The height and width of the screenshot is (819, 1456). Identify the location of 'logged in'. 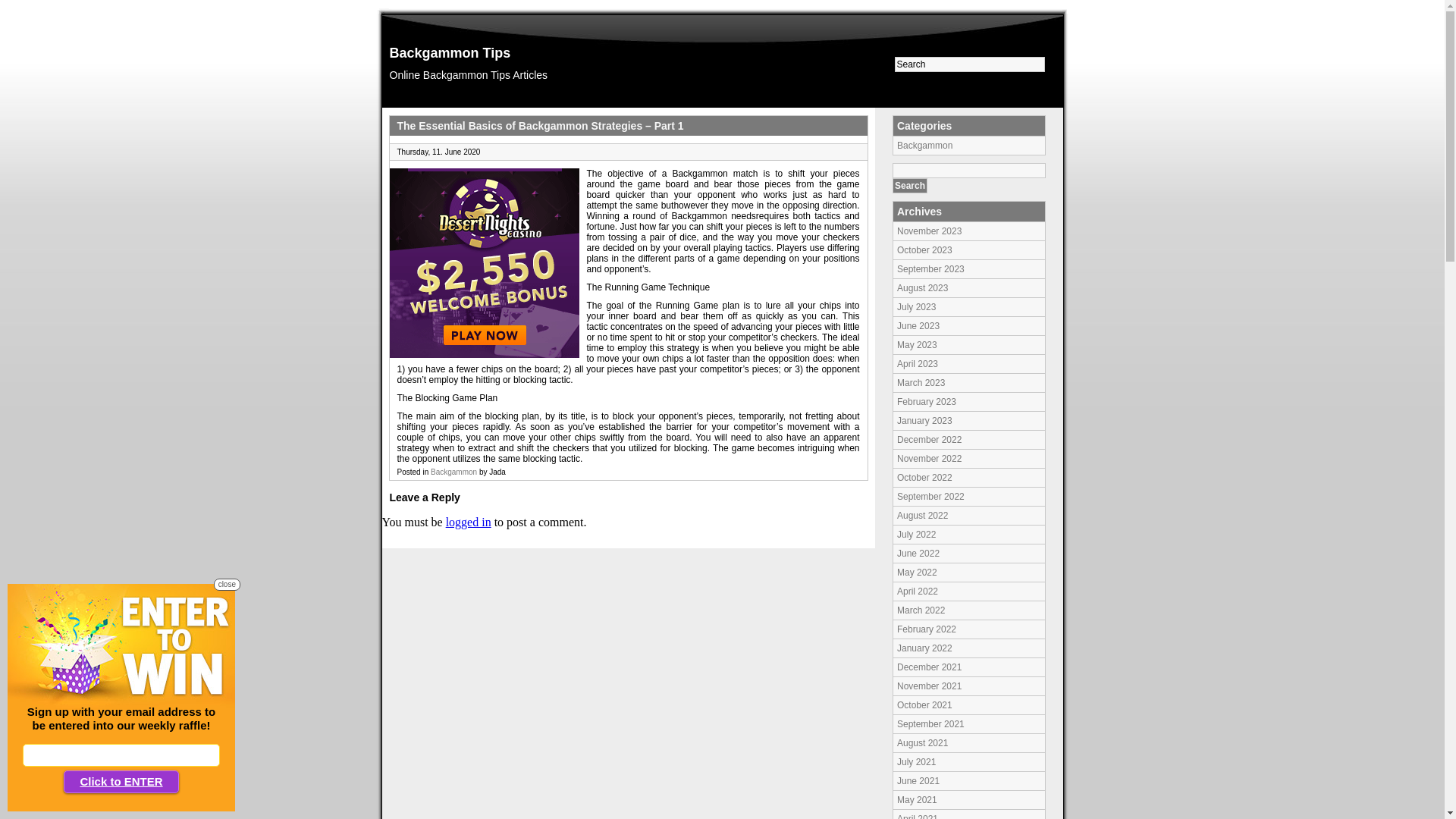
(468, 521).